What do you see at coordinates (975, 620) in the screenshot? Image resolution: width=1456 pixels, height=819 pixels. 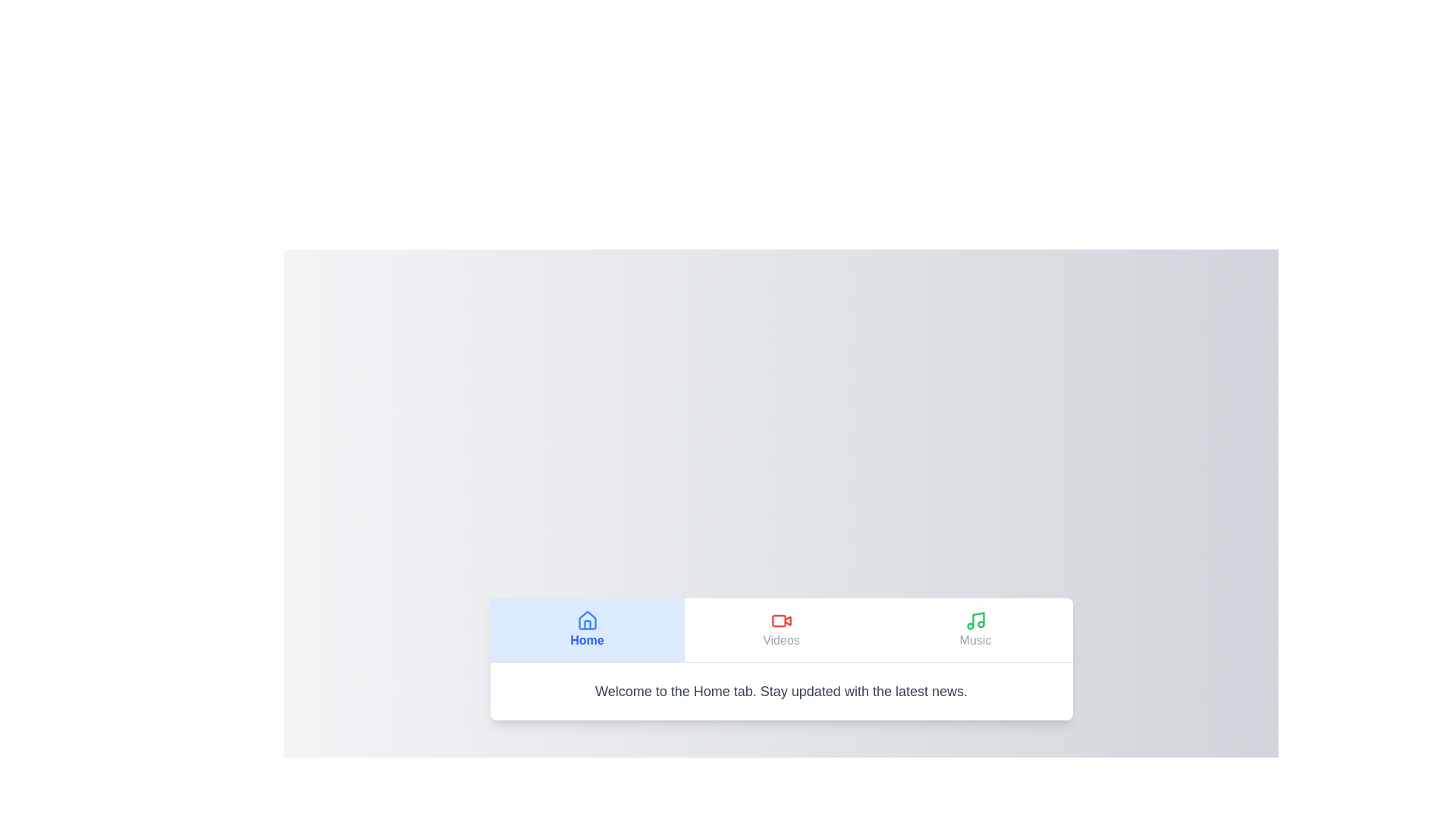 I see `the Music icon to activate the corresponding tab` at bounding box center [975, 620].